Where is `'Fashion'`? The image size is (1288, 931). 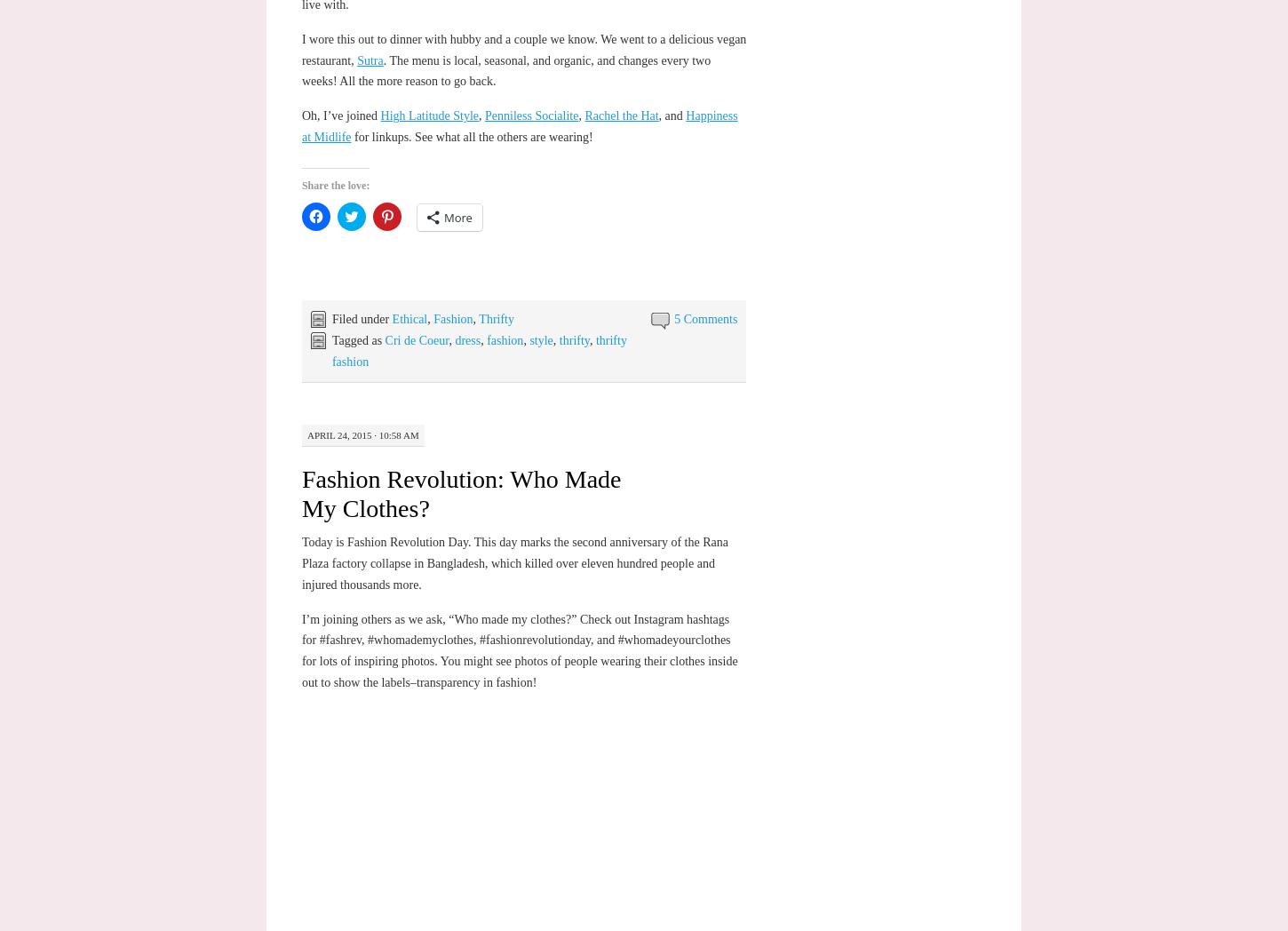
'Fashion' is located at coordinates (452, 318).